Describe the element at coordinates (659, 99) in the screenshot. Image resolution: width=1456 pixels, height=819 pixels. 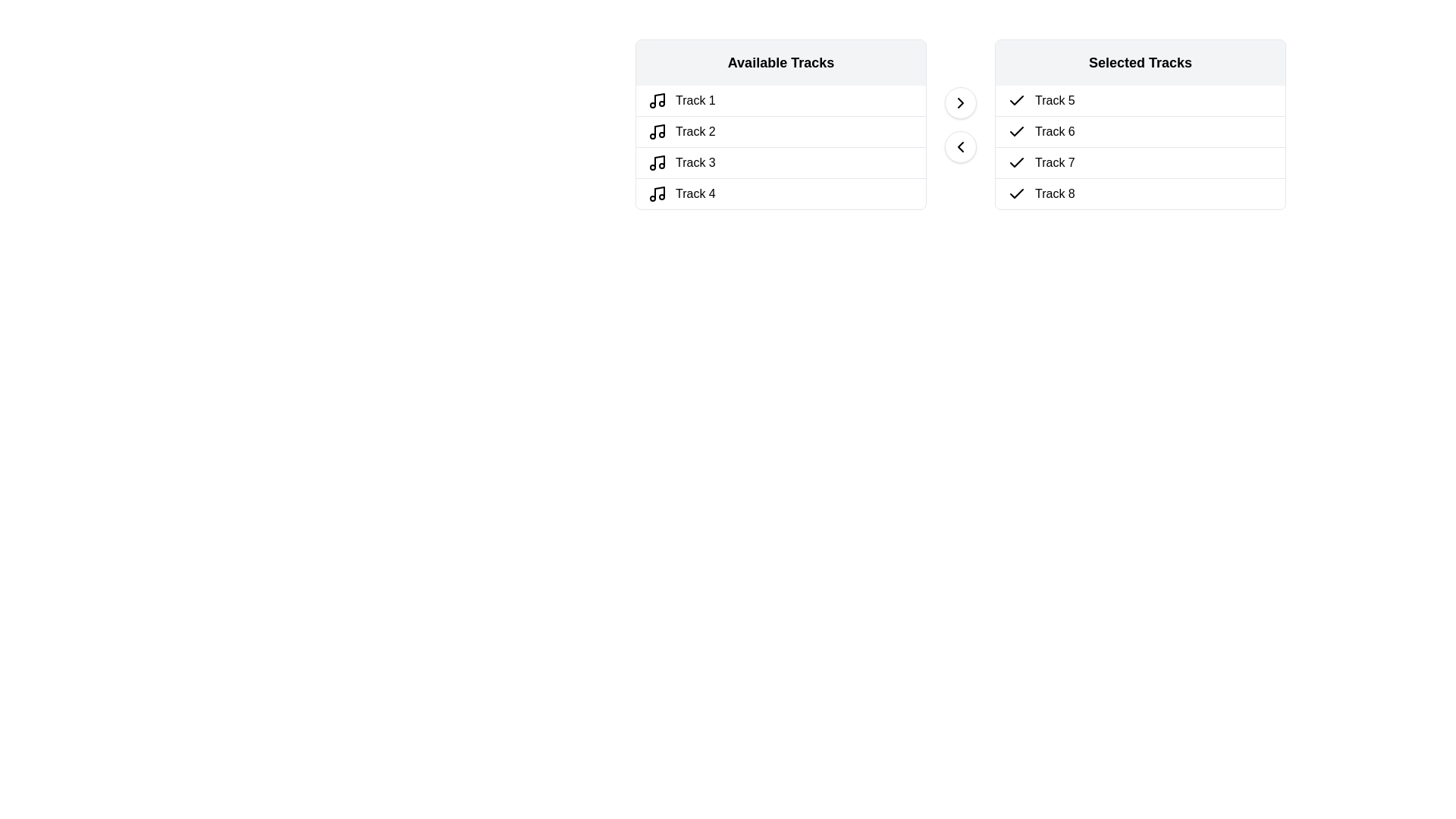
I see `the vertical line segment of the music note icon for 'Track 1' in the 'Available Tracks' section` at that location.